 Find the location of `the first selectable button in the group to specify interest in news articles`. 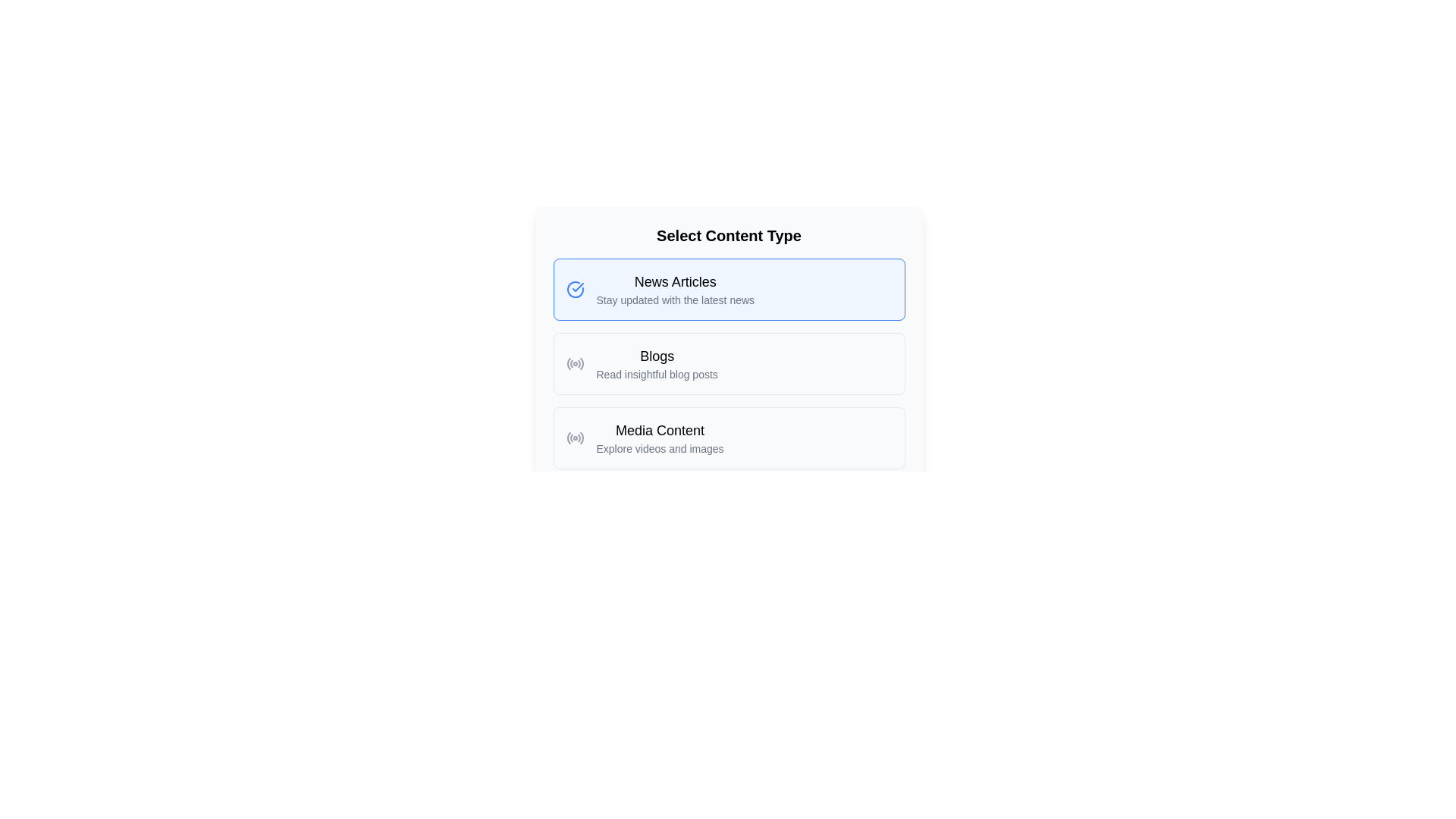

the first selectable button in the group to specify interest in news articles is located at coordinates (729, 289).